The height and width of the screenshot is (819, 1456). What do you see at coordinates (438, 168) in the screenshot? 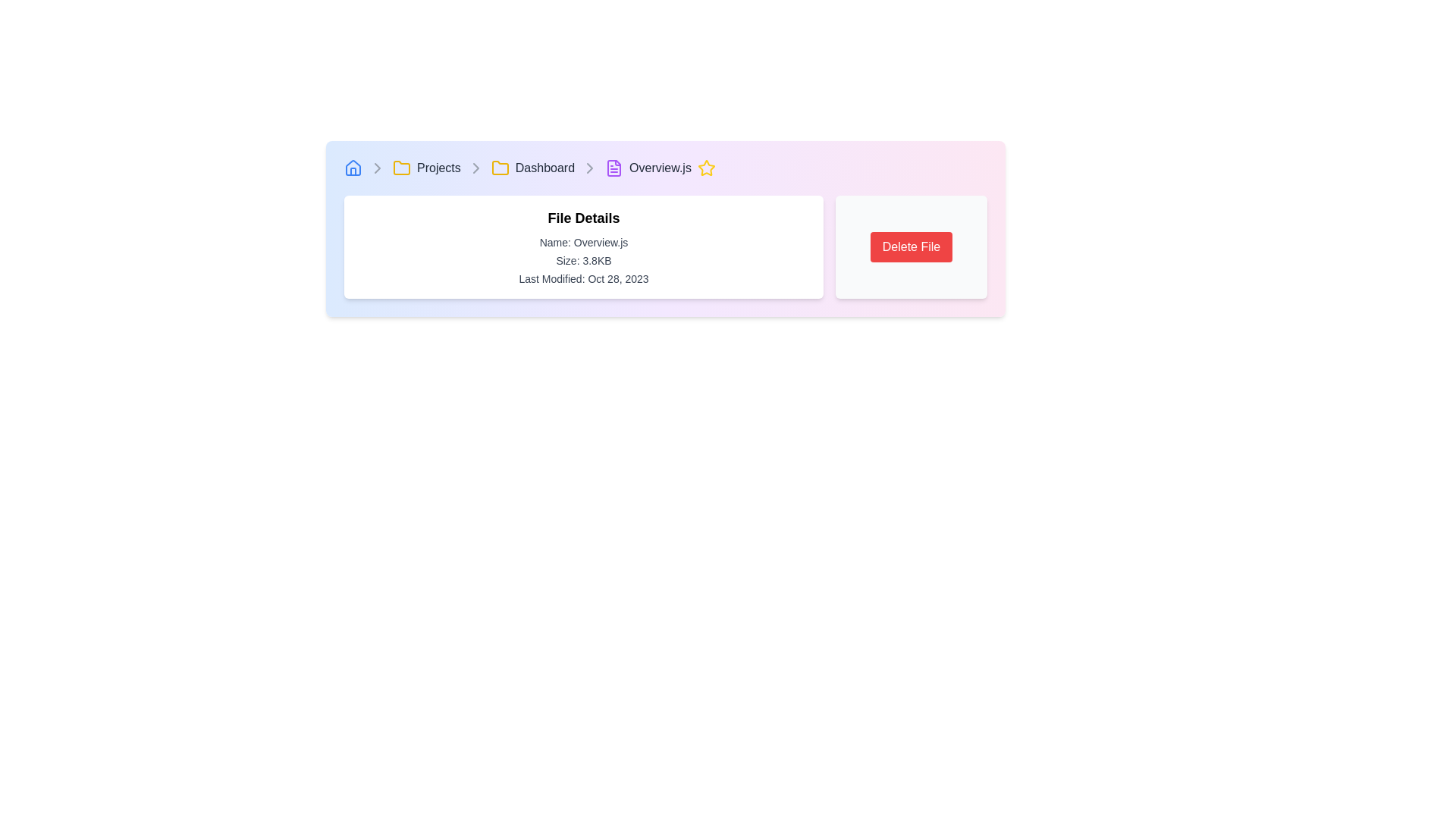
I see `the 'Projects' hyperlink in the breadcrumb navigation bar` at bounding box center [438, 168].